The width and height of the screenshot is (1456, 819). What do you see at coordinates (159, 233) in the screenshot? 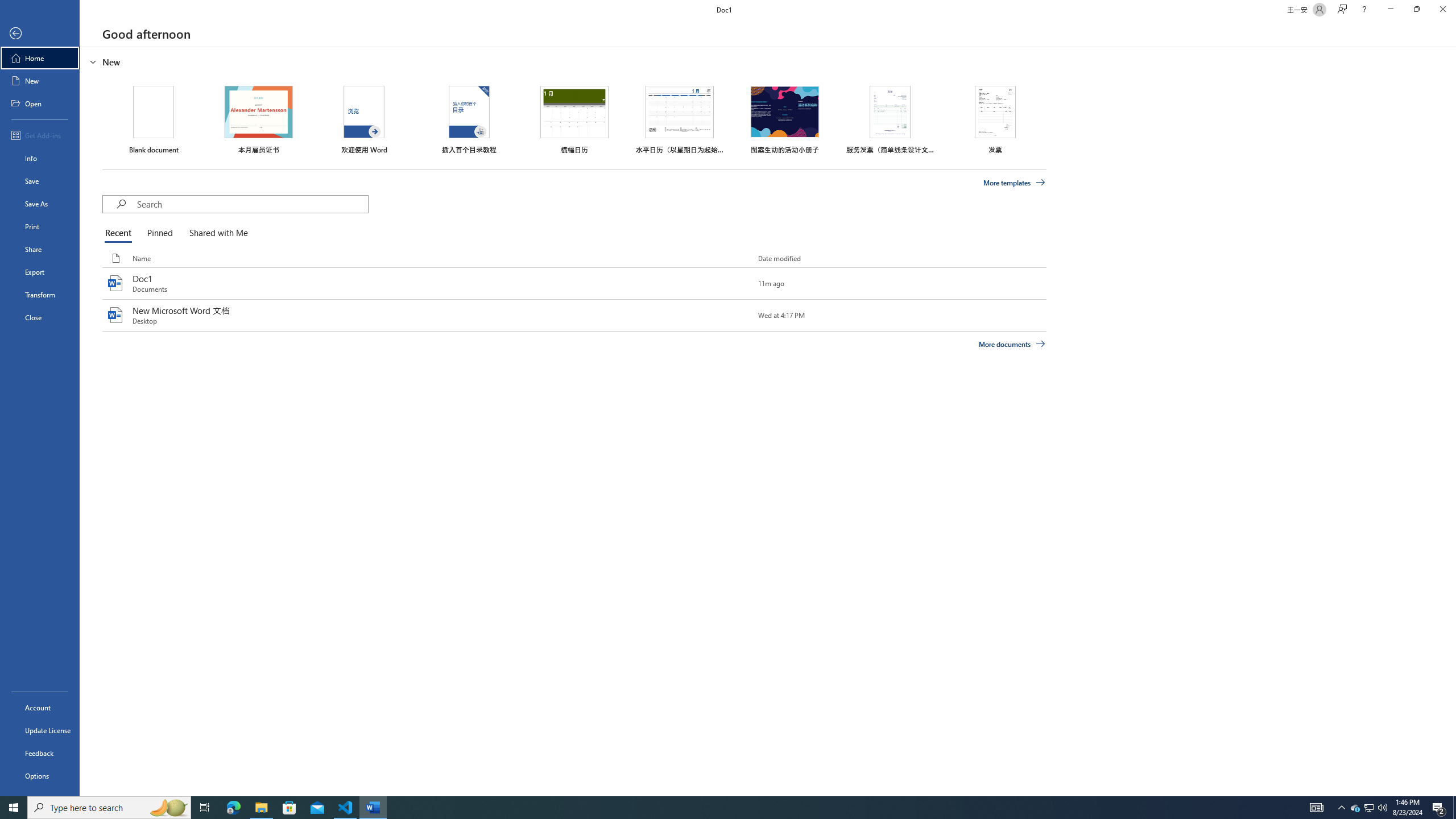
I see `'Pinned'` at bounding box center [159, 233].